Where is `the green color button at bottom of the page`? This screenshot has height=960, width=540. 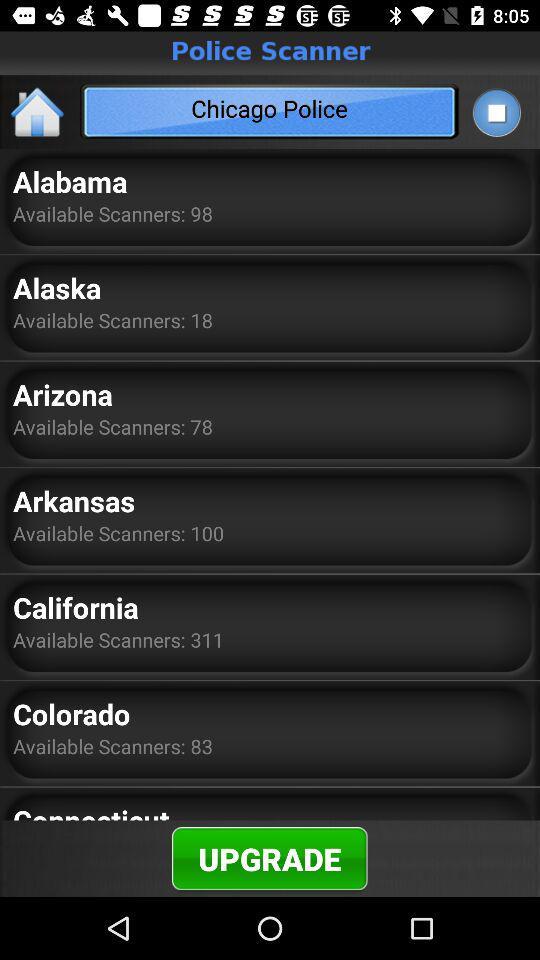
the green color button at bottom of the page is located at coordinates (270, 857).